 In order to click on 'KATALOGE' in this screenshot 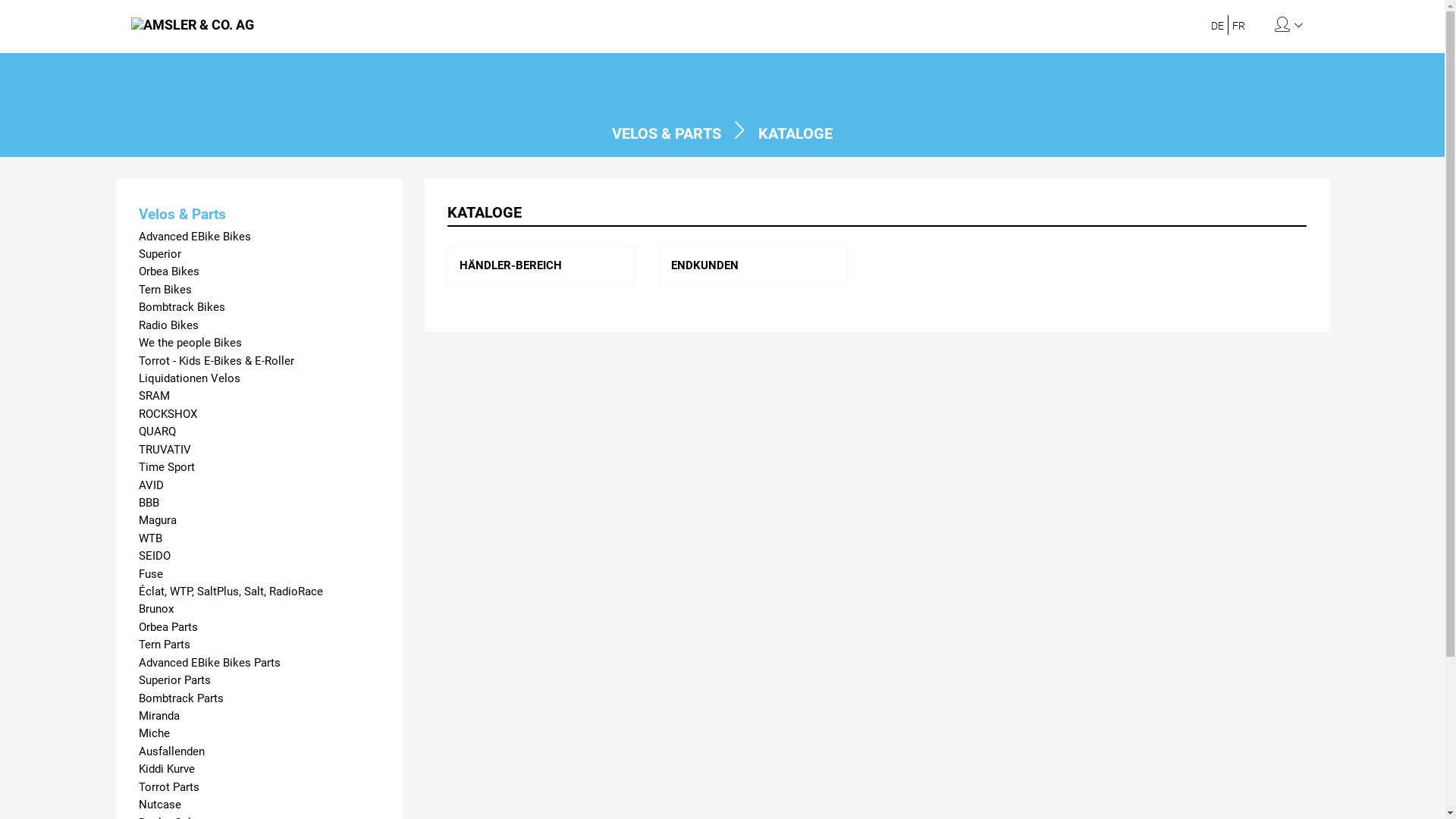, I will do `click(795, 133)`.